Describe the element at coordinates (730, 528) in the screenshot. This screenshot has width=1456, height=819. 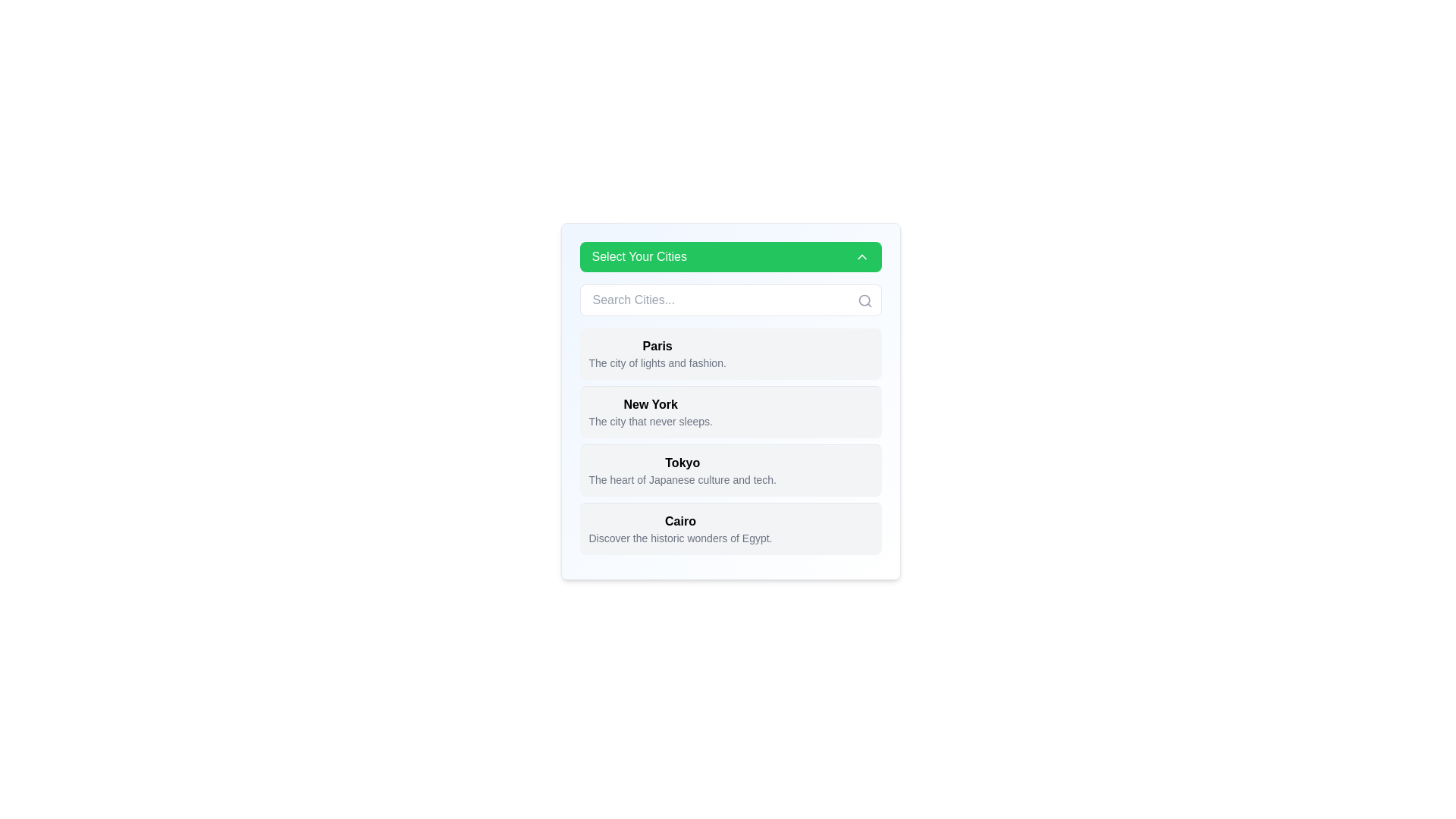
I see `the fourth item in the drop-down menu that selects or highlights 'Cairo'` at that location.